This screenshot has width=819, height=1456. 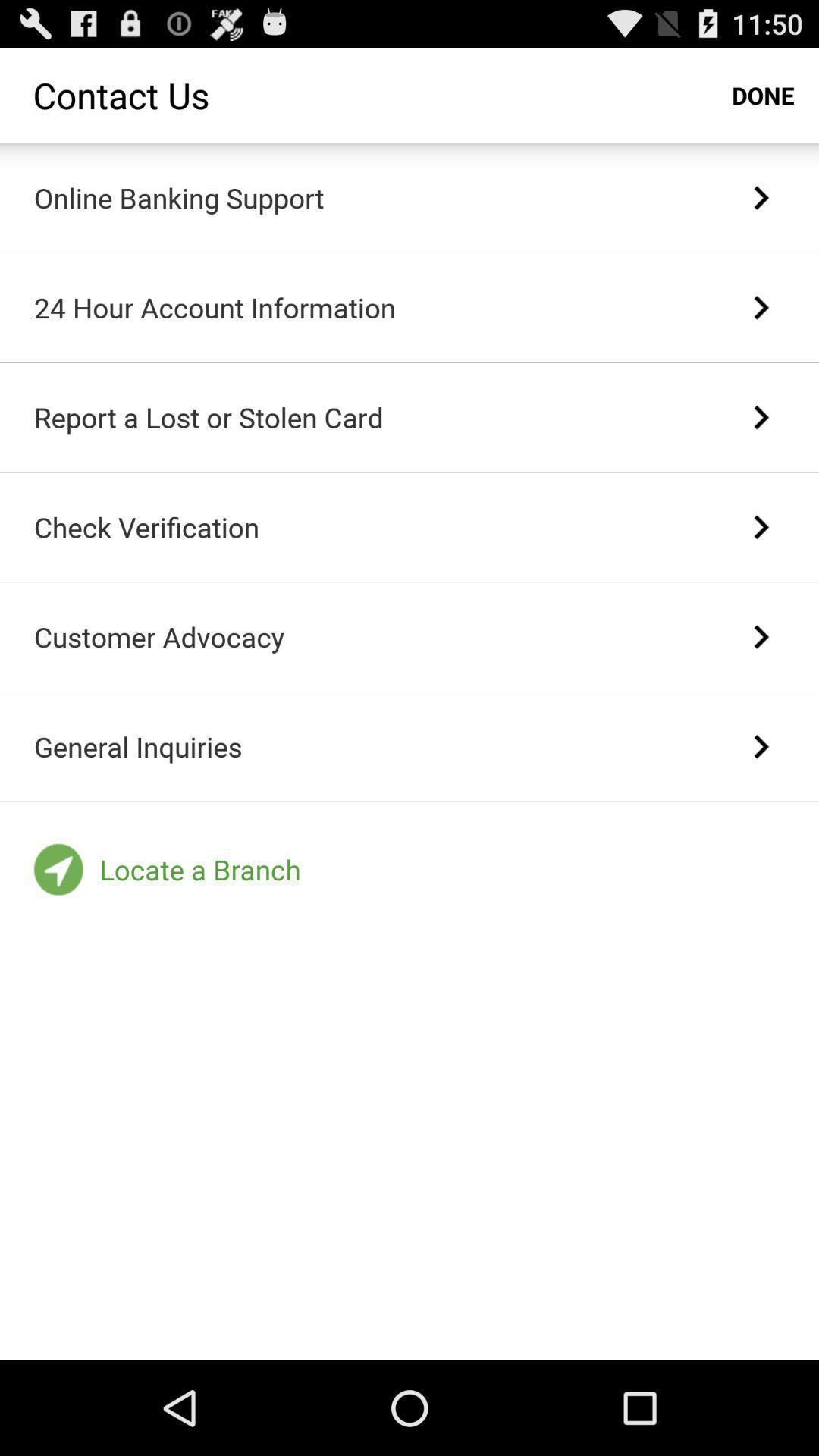 I want to click on the general inquiries item, so click(x=138, y=746).